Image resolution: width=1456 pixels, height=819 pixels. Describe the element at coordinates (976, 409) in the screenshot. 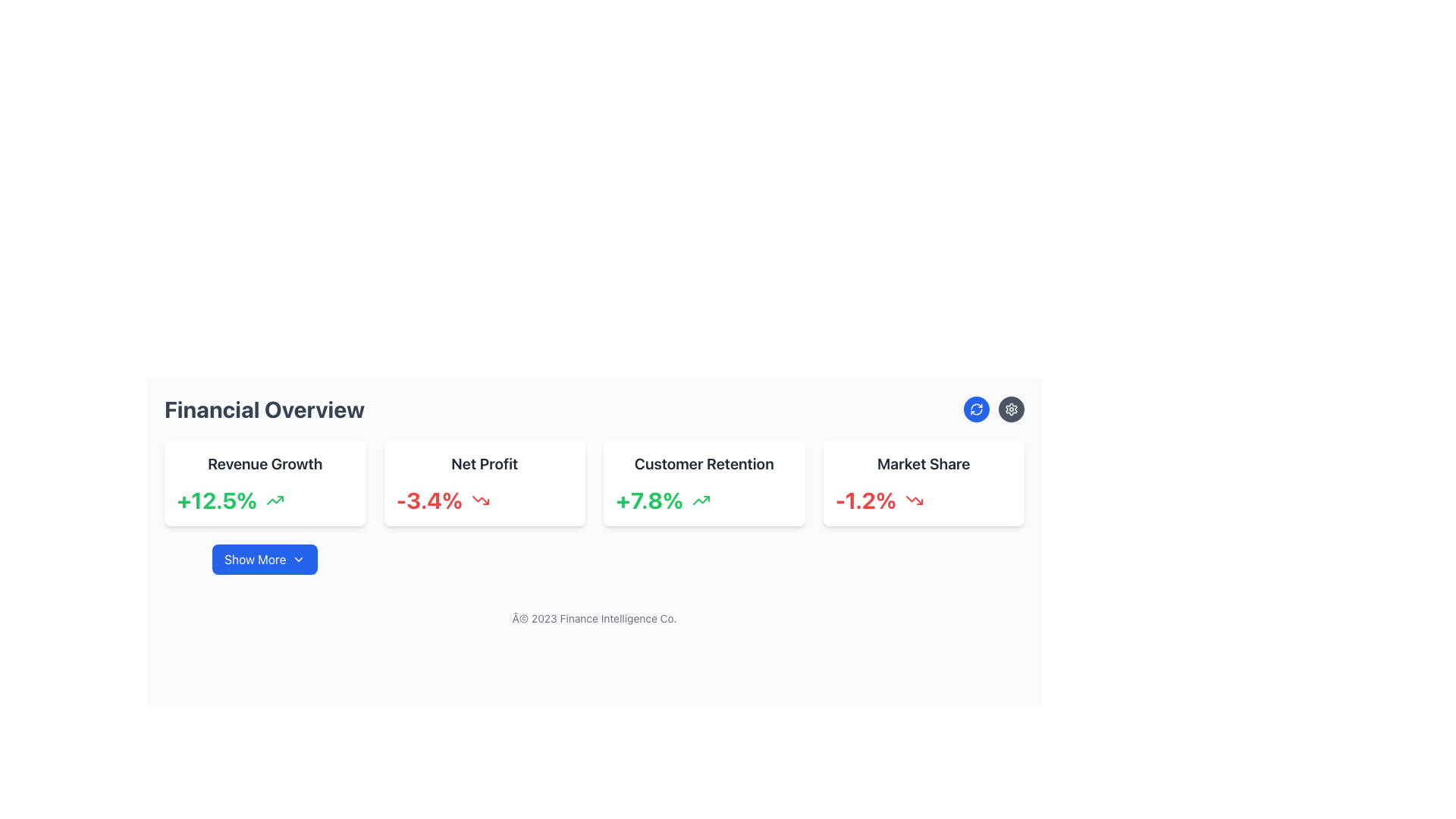

I see `the circular refresh button with a blue background and a white refresh arrow icon located in the right corner of the UI to refresh the content` at that location.